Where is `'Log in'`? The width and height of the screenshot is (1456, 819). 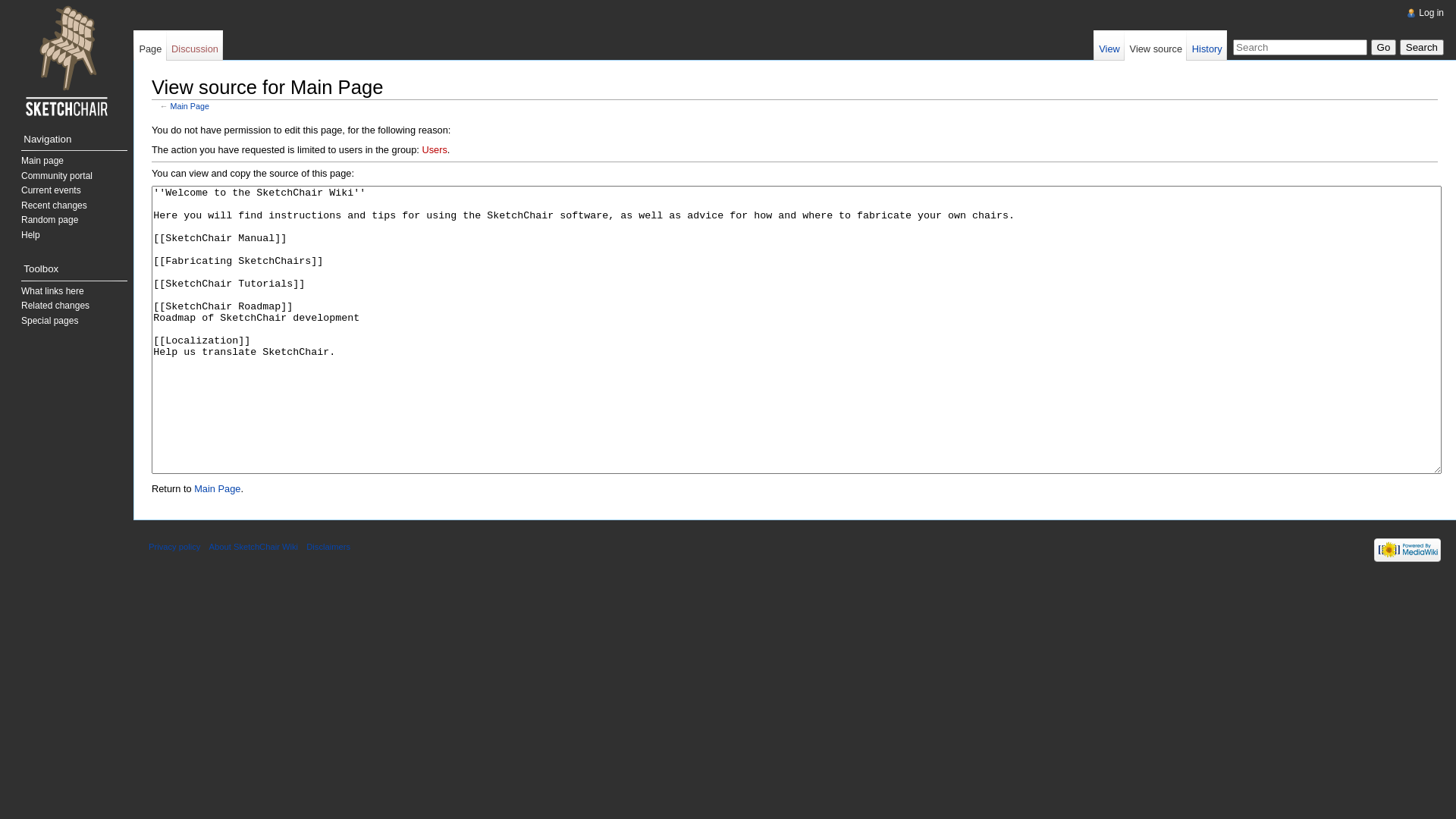 'Log in' is located at coordinates (1430, 12).